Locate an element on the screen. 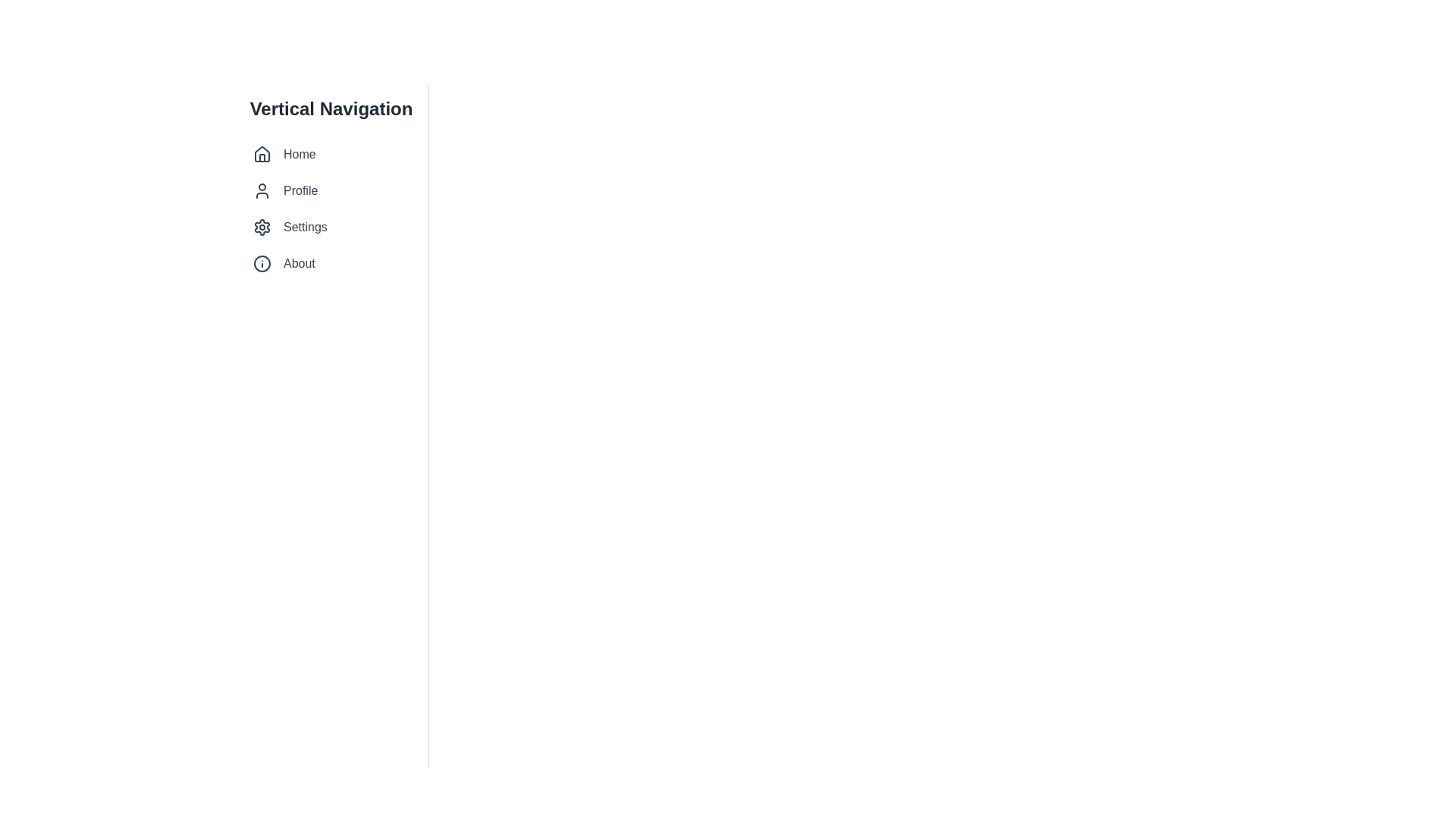 The height and width of the screenshot is (819, 1456). the Text Label that serves as a title for the vertical navigation bar, positioned at the top of the sidebar is located at coordinates (330, 108).